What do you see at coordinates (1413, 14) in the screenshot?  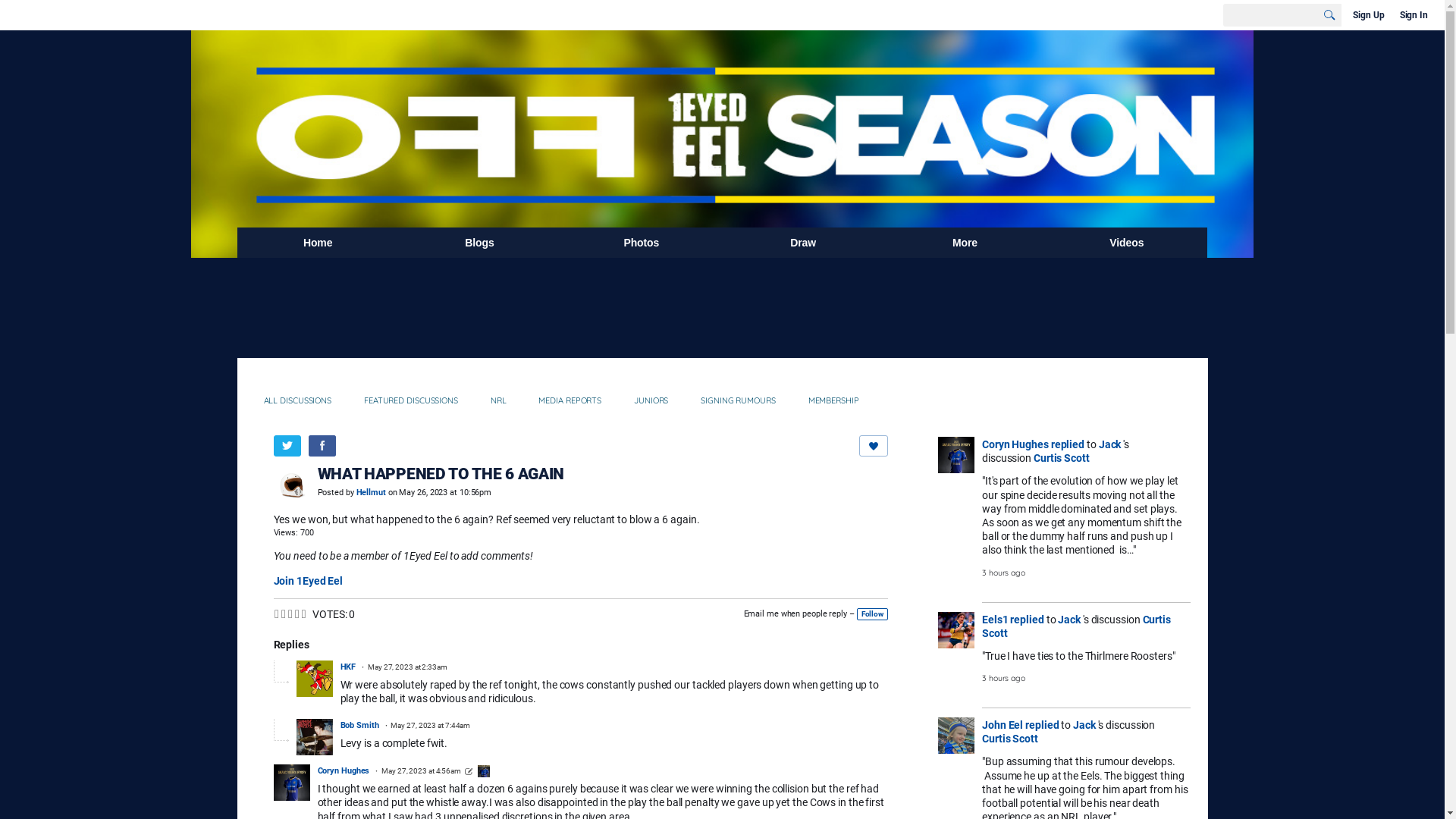 I see `'Sign In'` at bounding box center [1413, 14].